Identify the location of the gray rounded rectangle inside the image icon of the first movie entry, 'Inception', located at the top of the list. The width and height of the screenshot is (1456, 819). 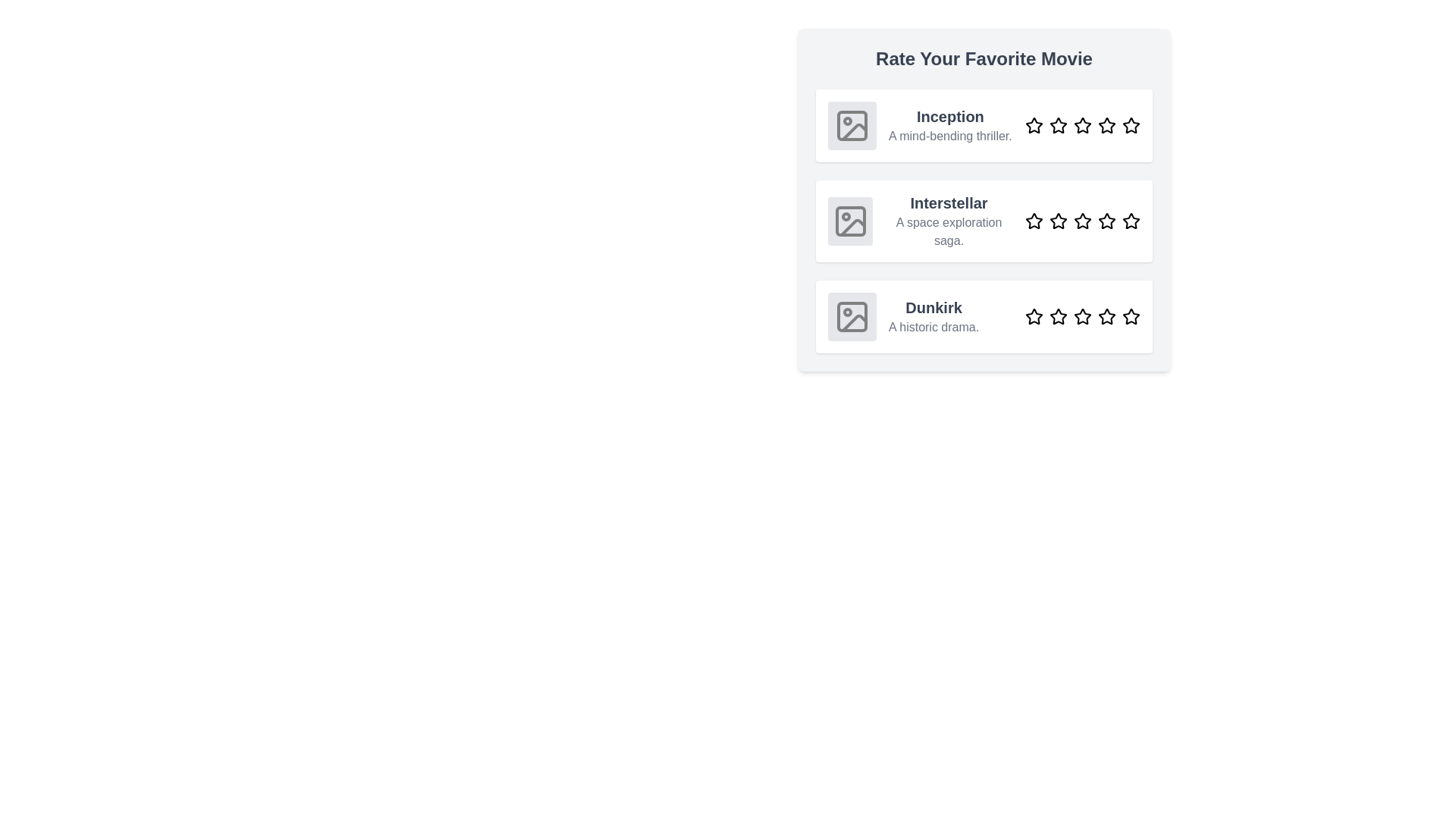
(852, 124).